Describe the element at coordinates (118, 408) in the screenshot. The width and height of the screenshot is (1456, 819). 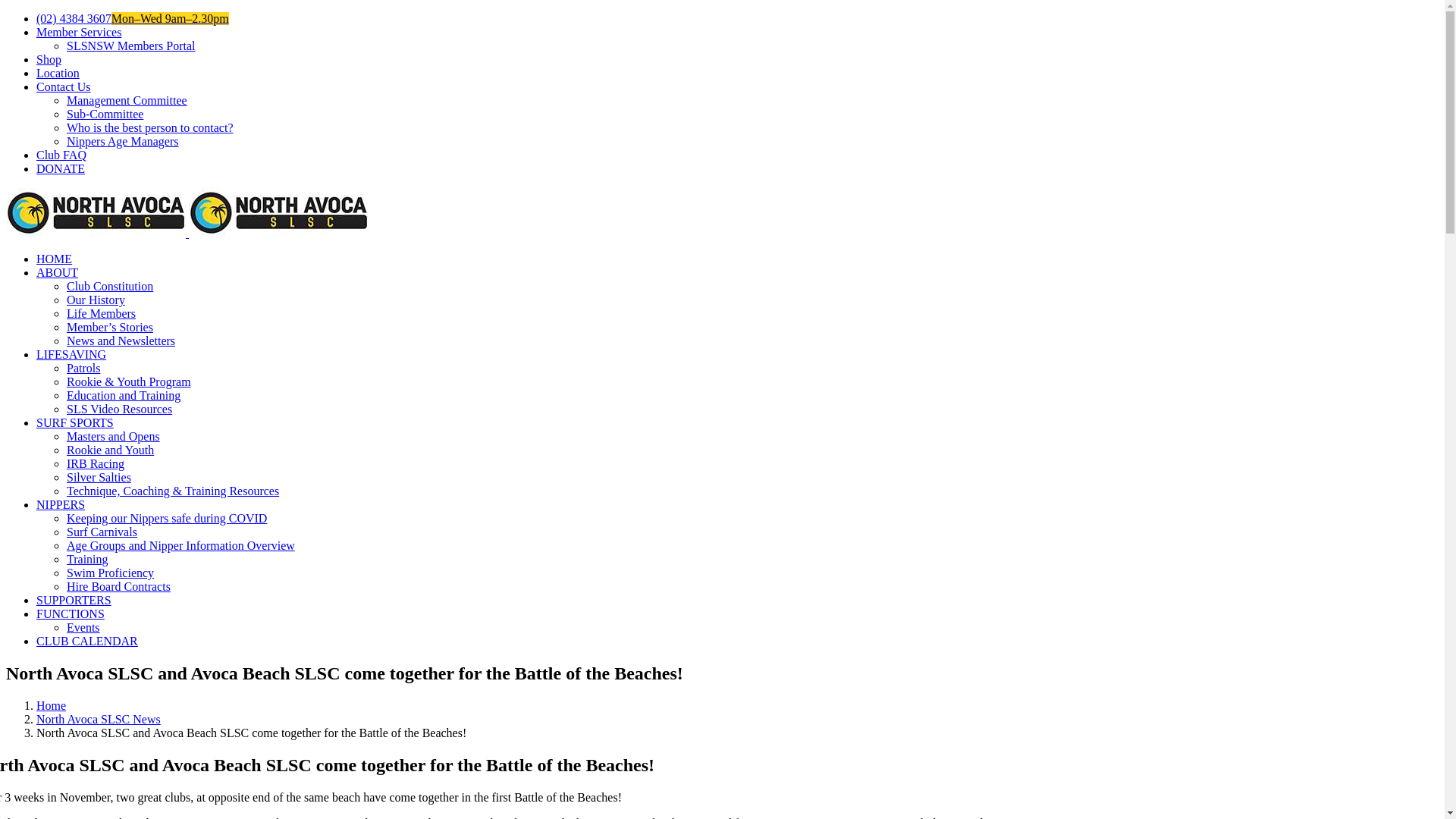
I see `'SLS Video Resources'` at that location.